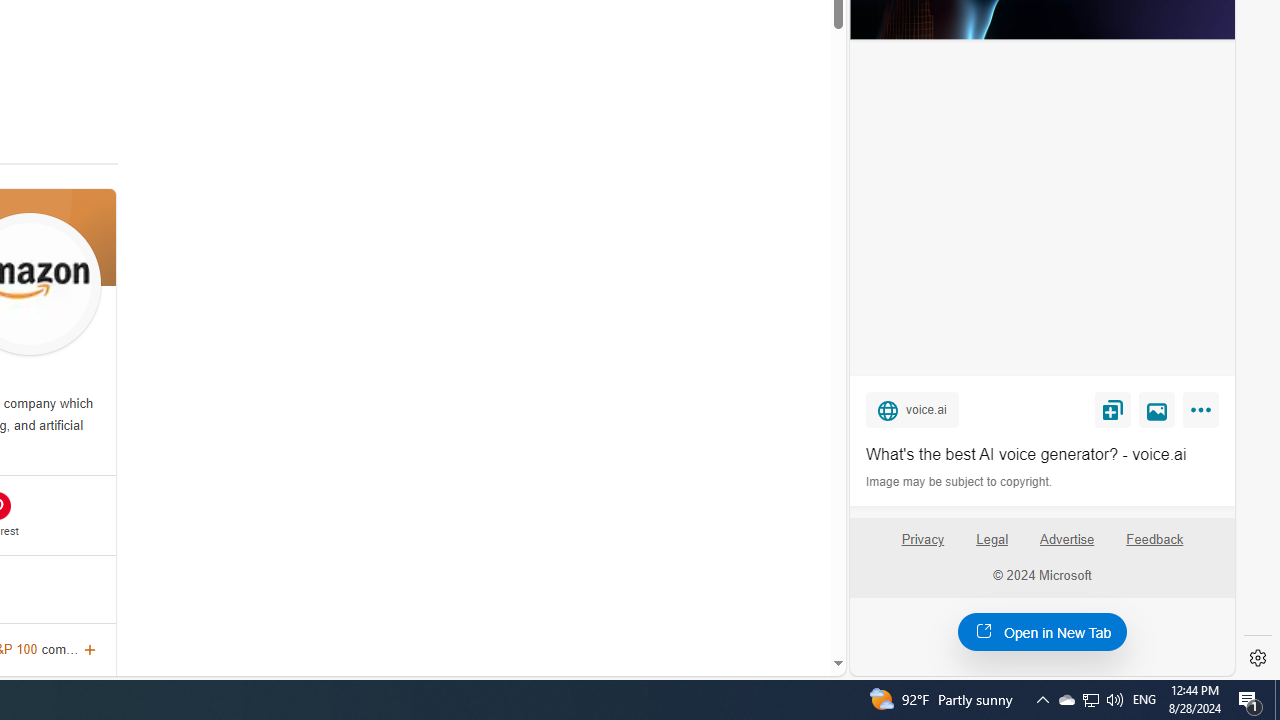  I want to click on 'What', so click(1041, 455).